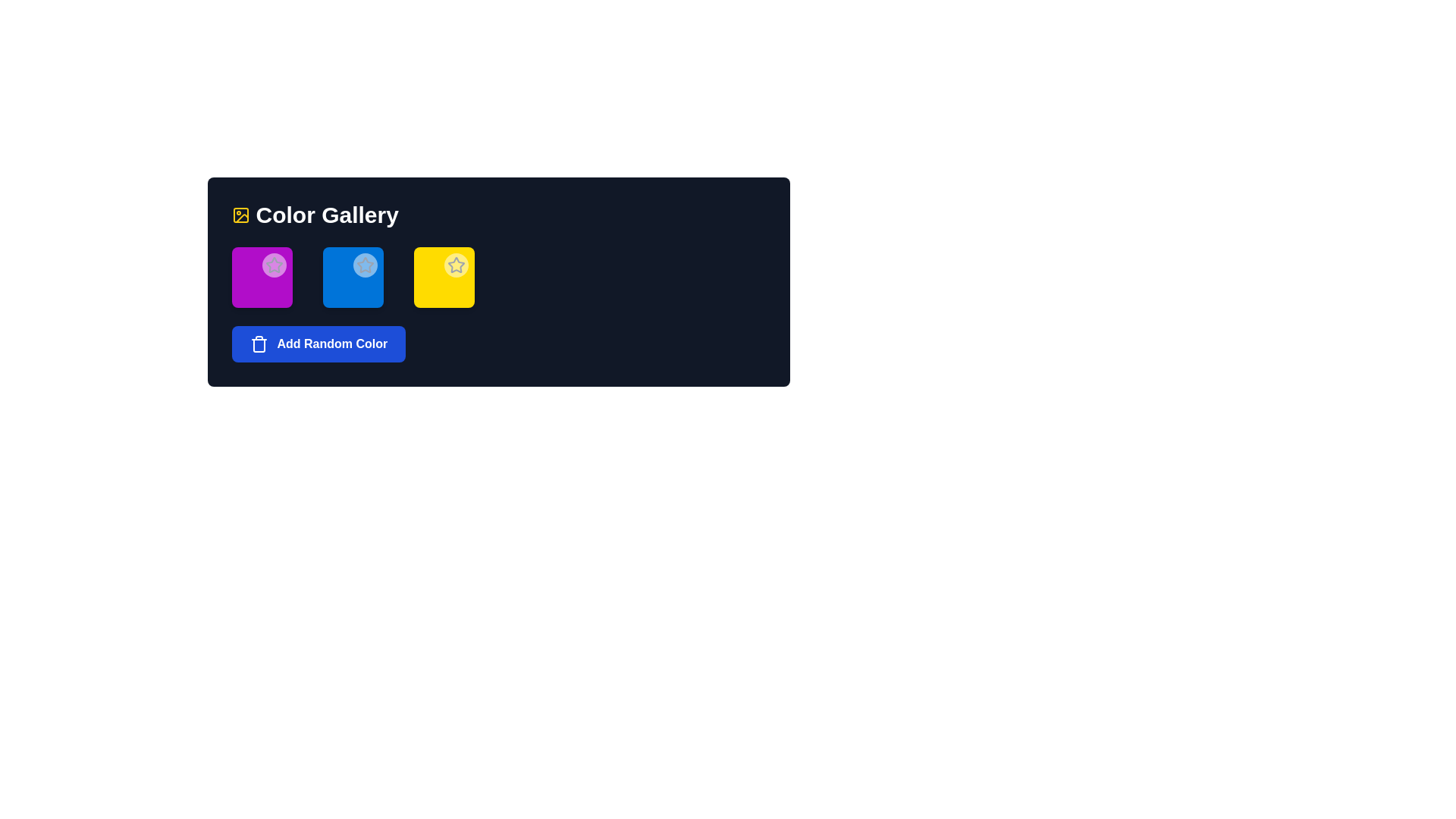 The width and height of the screenshot is (1456, 819). What do you see at coordinates (318, 344) in the screenshot?
I see `the button located directly below the grid of color squares in the 'Color Gallery' section` at bounding box center [318, 344].